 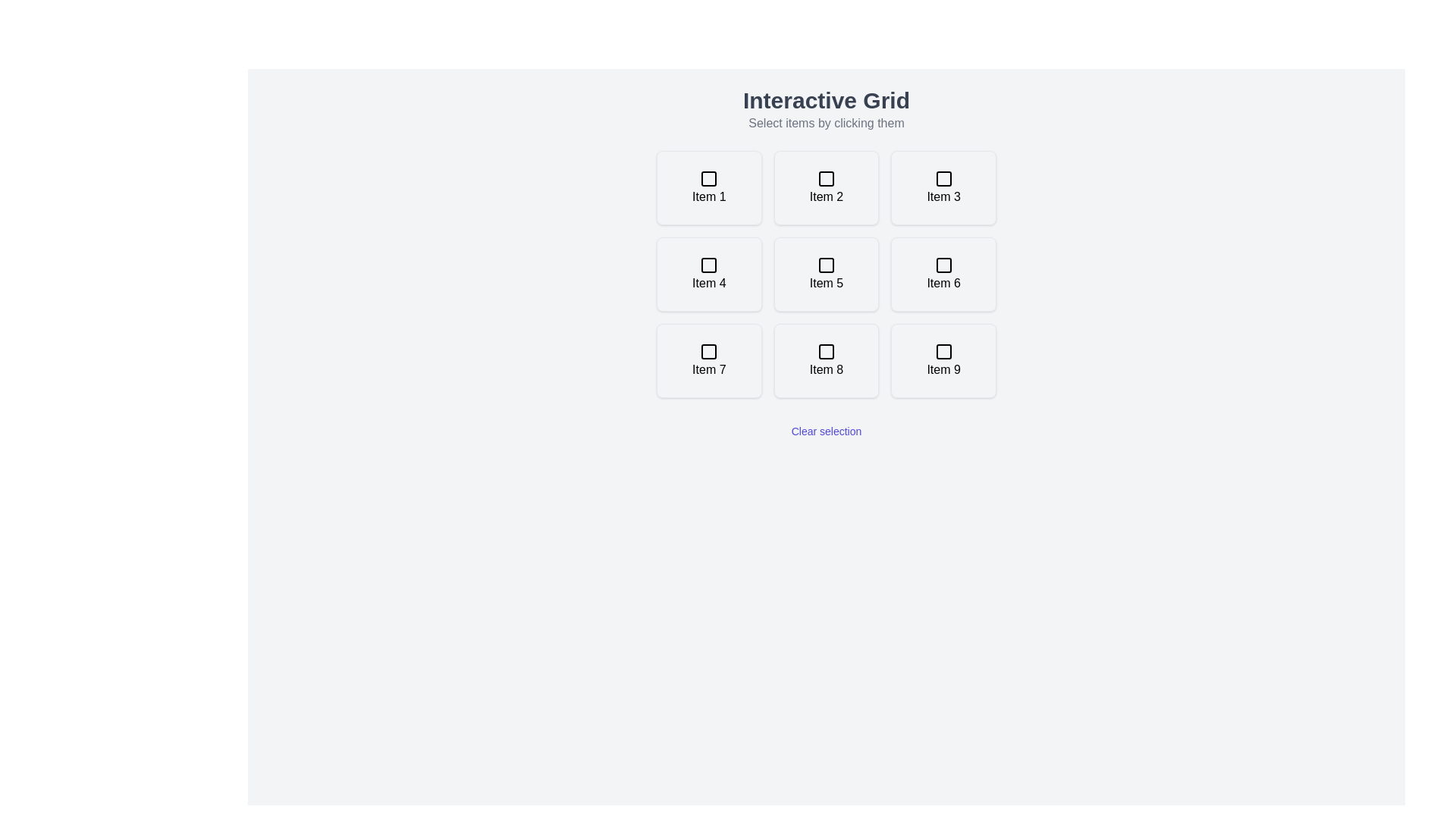 I want to click on the text element displaying 'Select items by clicking them', which is styled in a smaller, lighter gray font and located directly below the title 'Interactive Grid', so click(x=825, y=122).